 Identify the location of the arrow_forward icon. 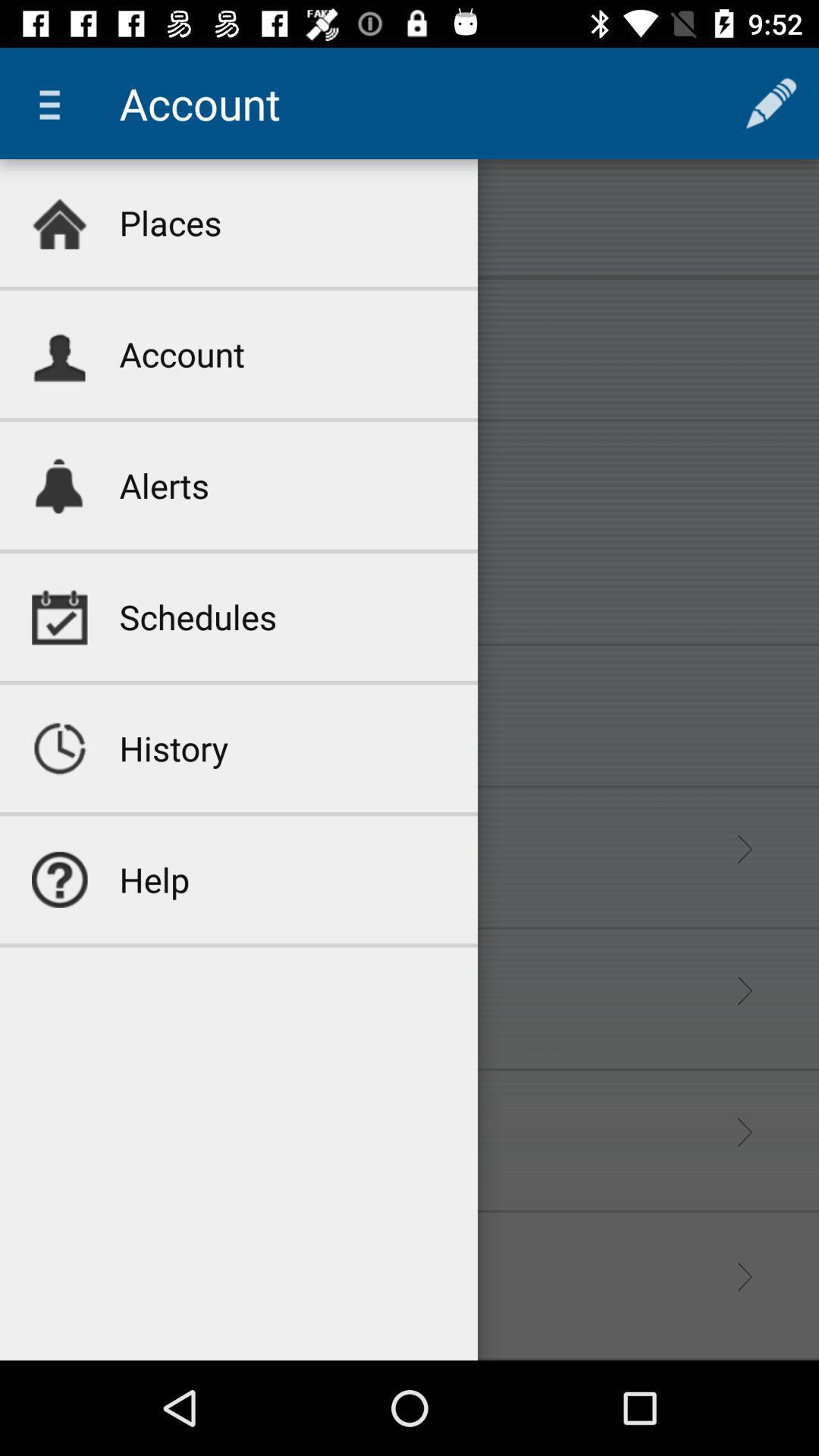
(744, 849).